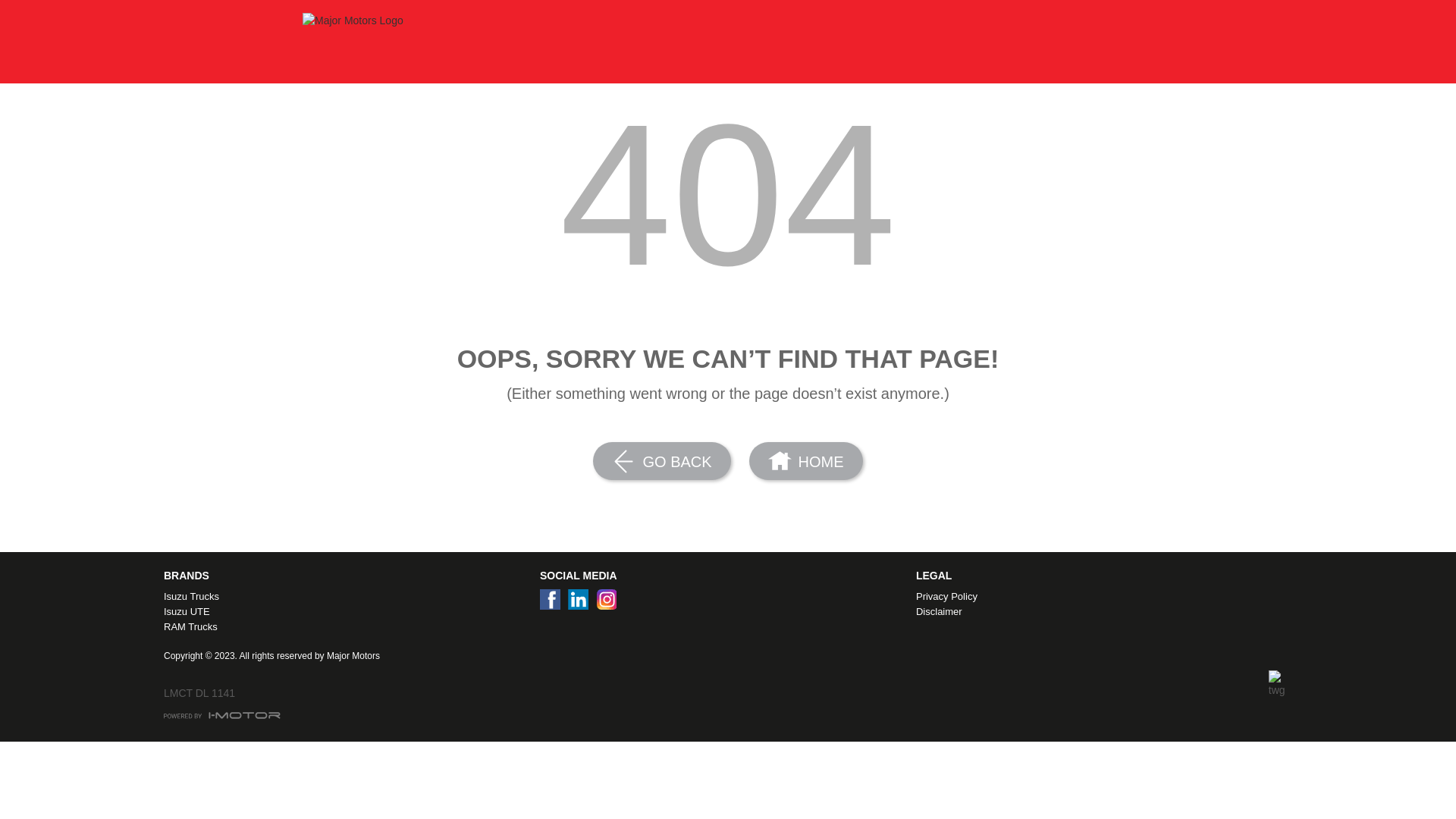  I want to click on 'instagram', so click(610, 602).